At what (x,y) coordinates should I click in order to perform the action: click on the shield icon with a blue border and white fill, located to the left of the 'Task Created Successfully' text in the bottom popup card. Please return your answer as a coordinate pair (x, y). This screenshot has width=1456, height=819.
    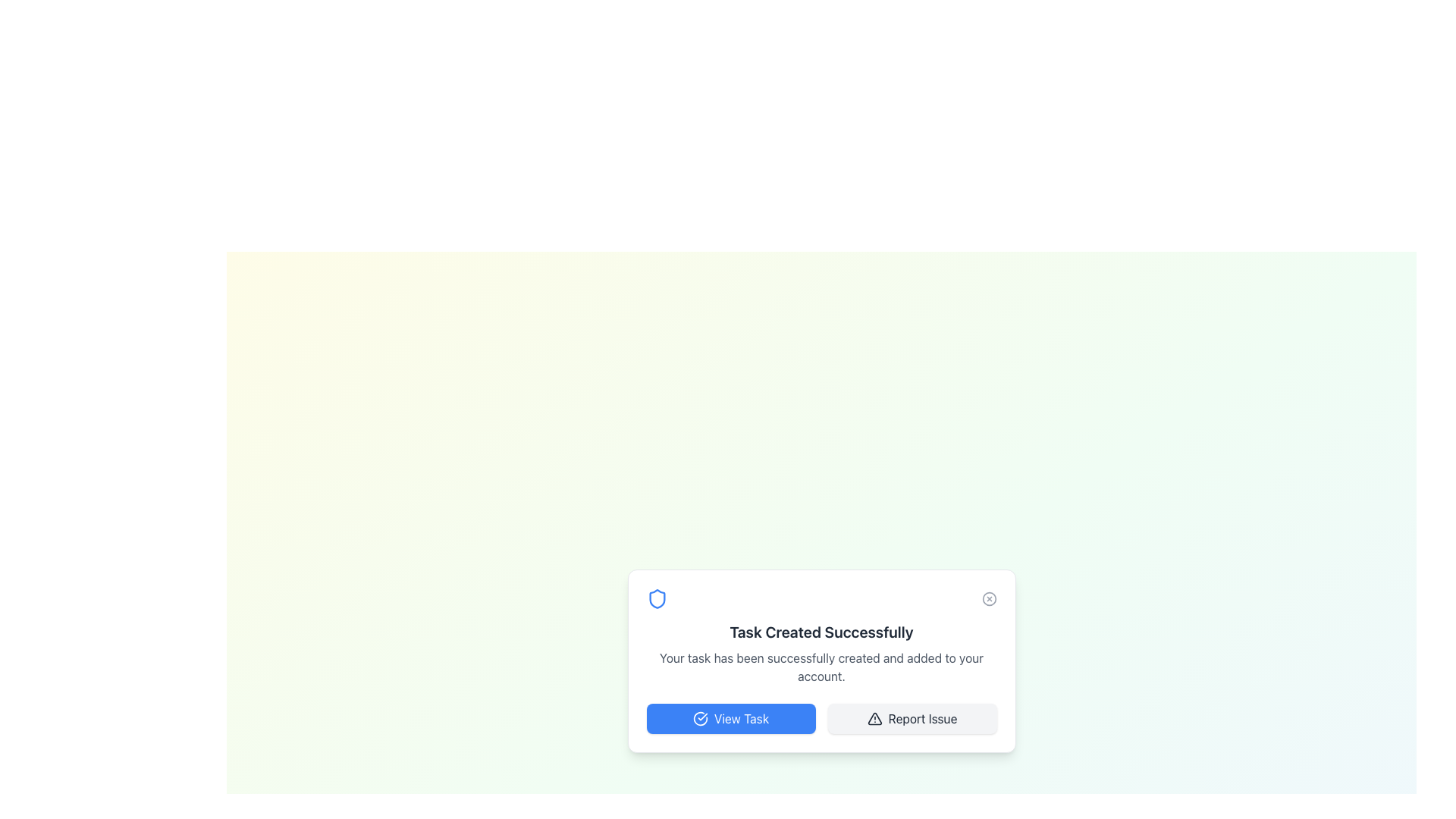
    Looking at the image, I should click on (657, 598).